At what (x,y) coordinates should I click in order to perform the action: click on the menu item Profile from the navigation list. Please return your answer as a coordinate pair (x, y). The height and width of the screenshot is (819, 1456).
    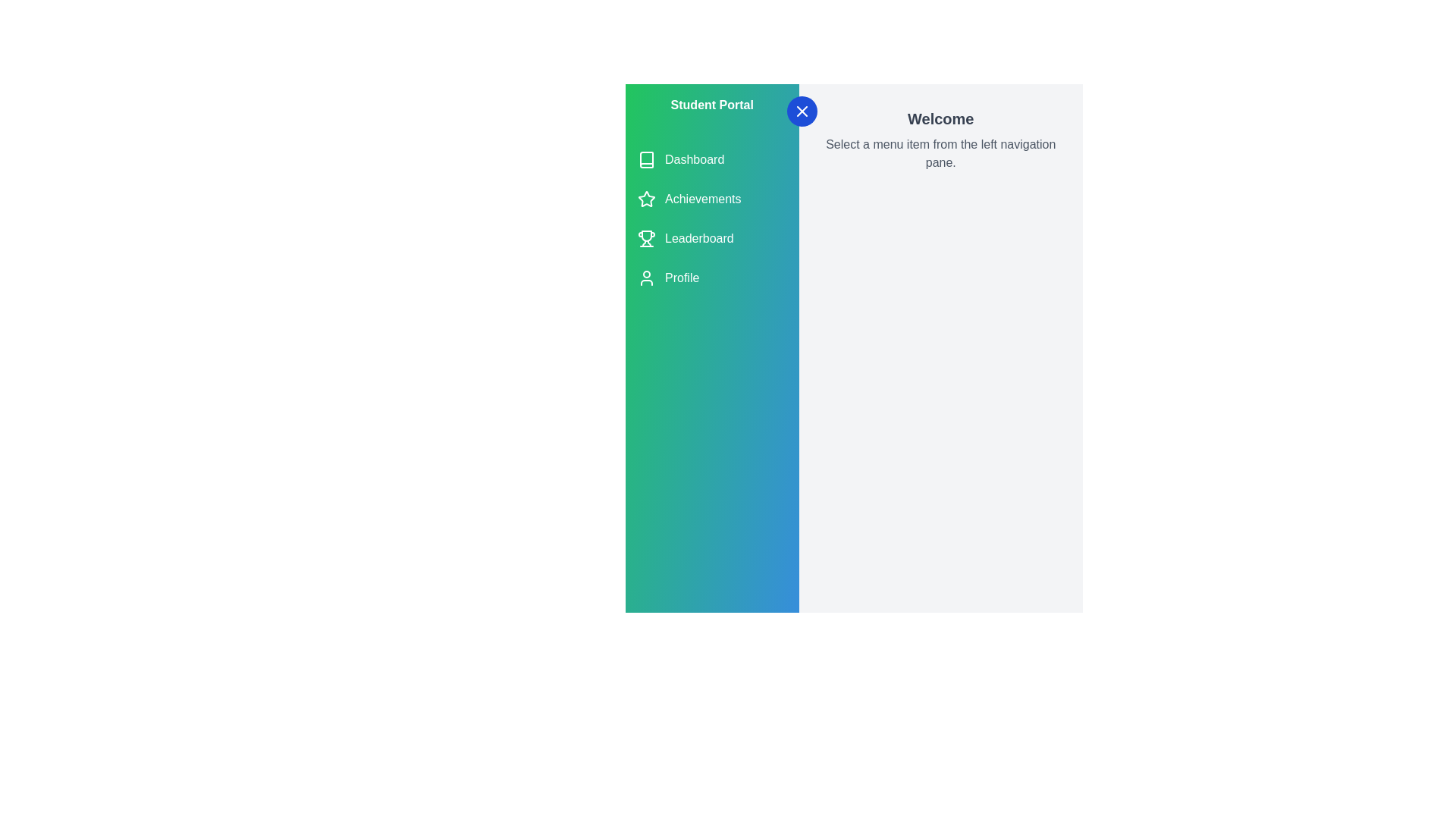
    Looking at the image, I should click on (711, 278).